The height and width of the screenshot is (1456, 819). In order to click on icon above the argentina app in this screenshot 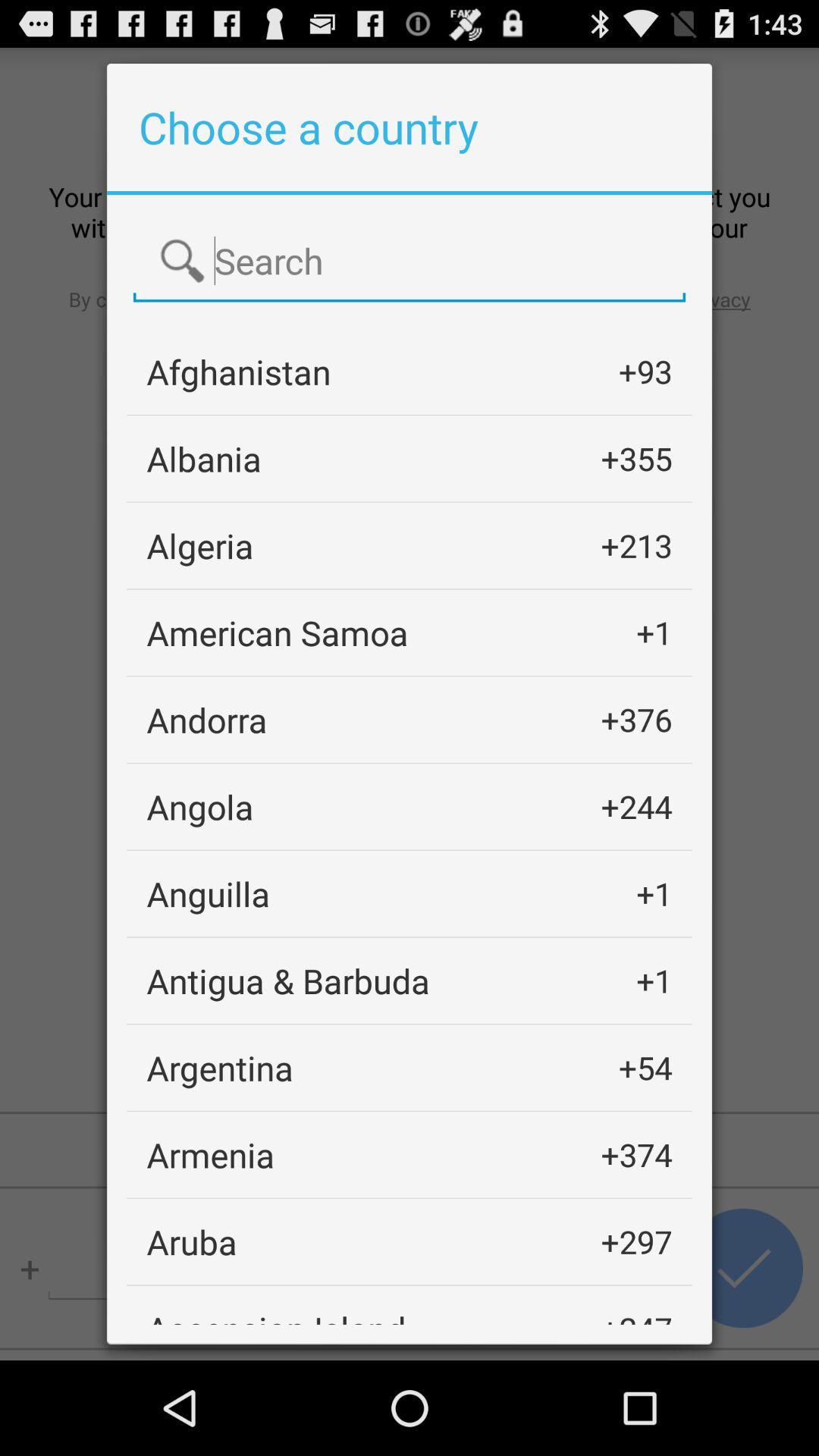, I will do `click(288, 981)`.